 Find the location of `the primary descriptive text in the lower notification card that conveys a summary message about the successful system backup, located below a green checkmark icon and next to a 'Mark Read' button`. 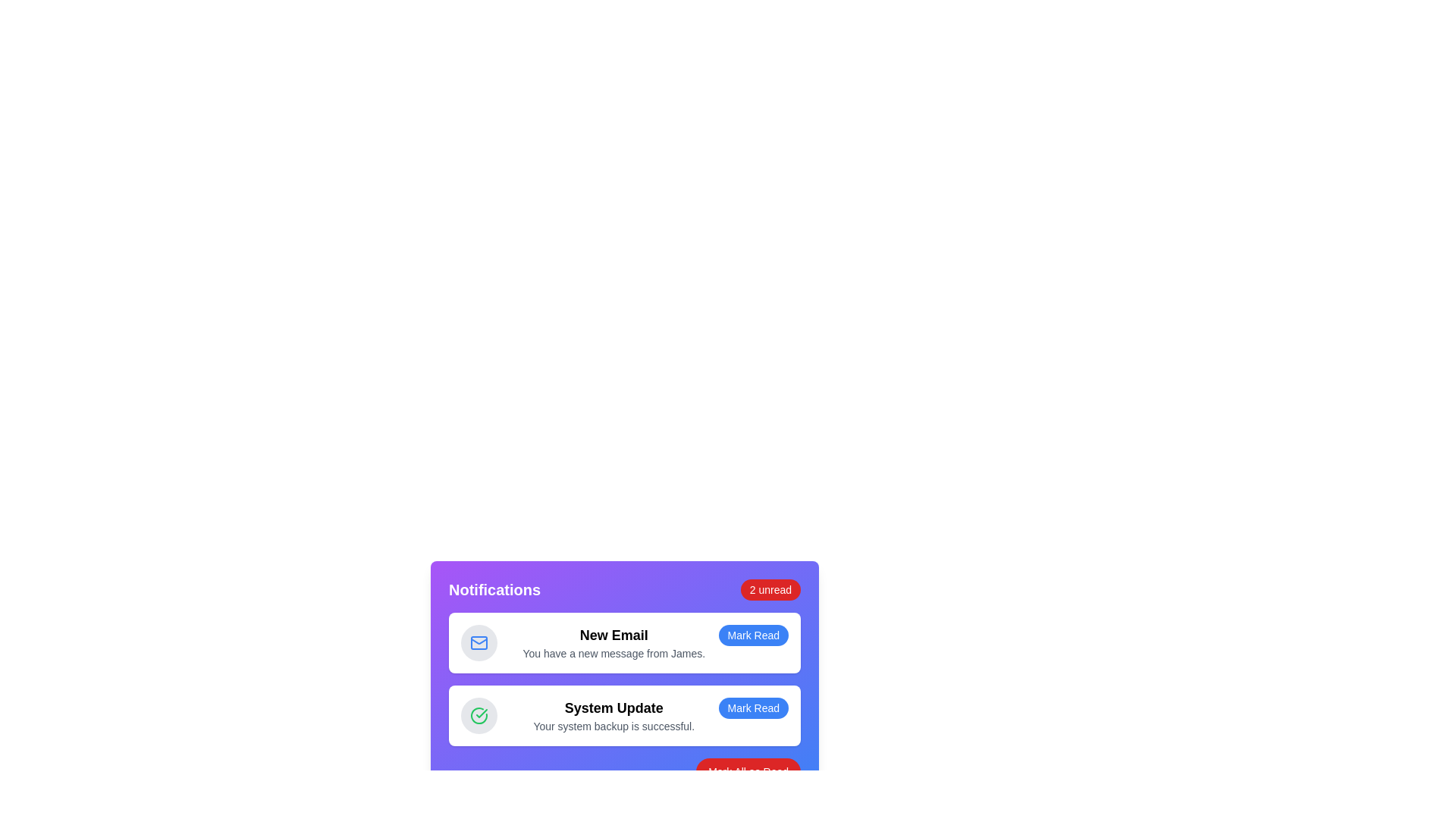

the primary descriptive text in the lower notification card that conveys a summary message about the successful system backup, located below a green checkmark icon and next to a 'Mark Read' button is located at coordinates (613, 716).